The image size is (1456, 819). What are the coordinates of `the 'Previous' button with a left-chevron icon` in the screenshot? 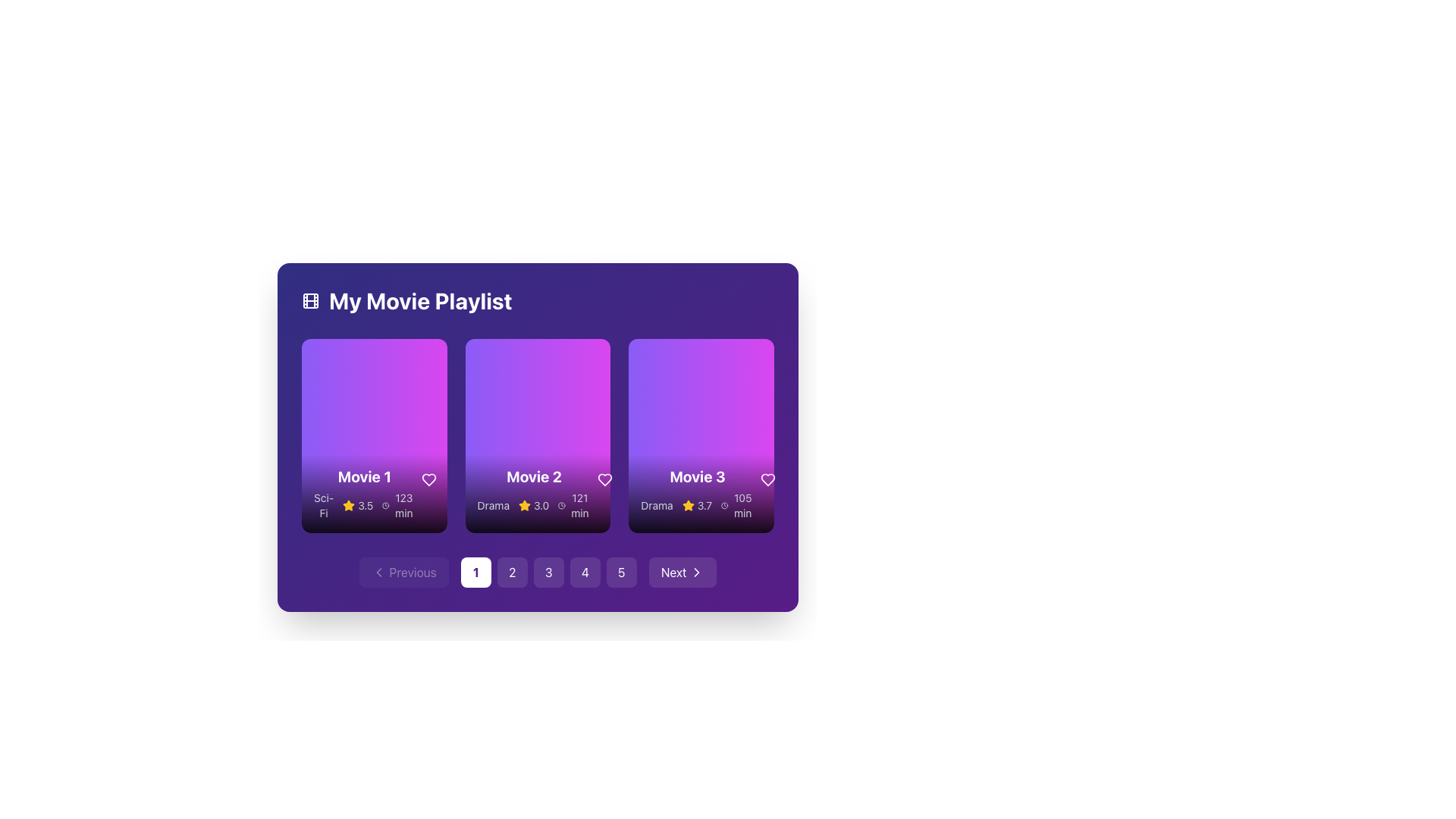 It's located at (403, 573).